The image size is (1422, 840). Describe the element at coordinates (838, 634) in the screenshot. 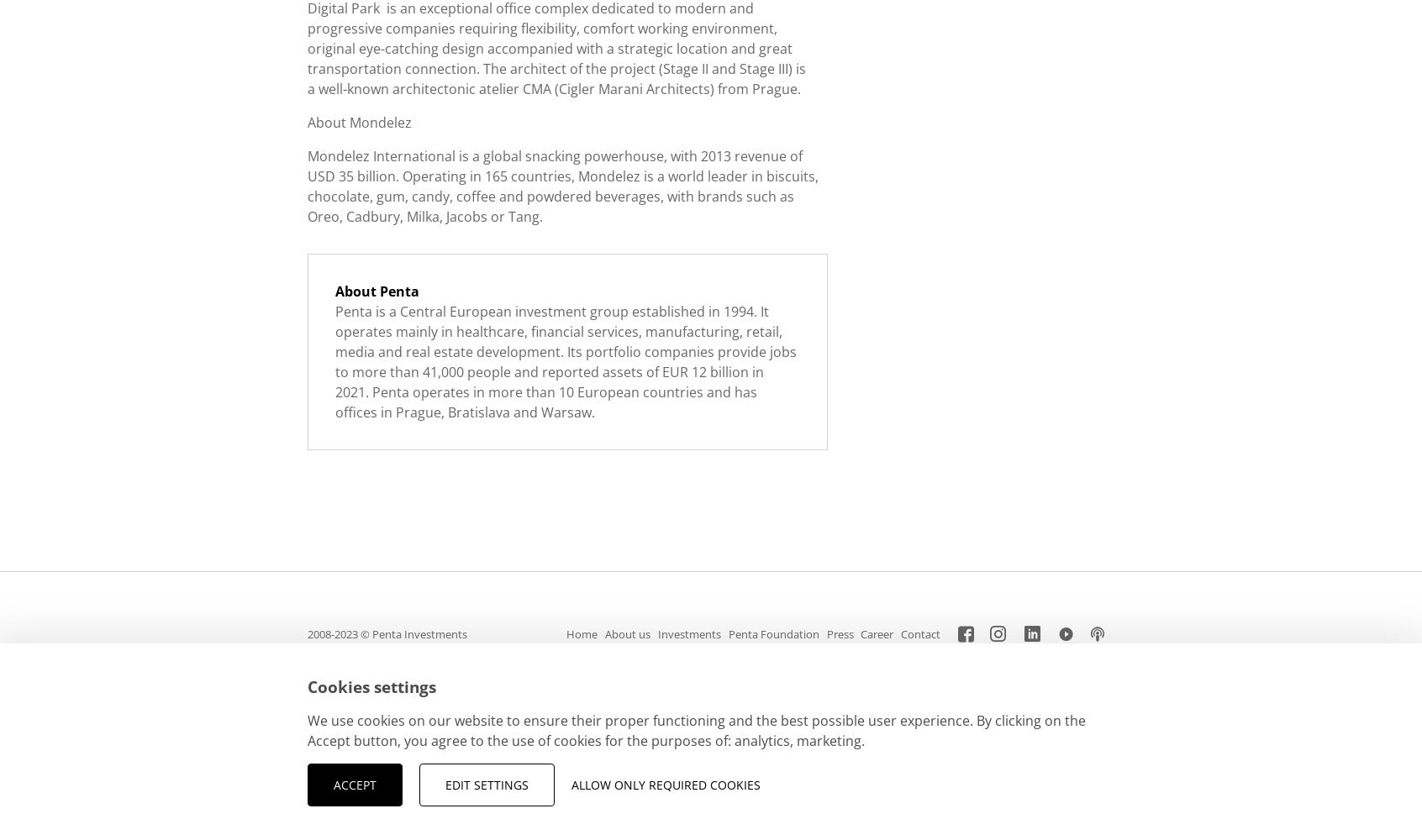

I see `'Press'` at that location.